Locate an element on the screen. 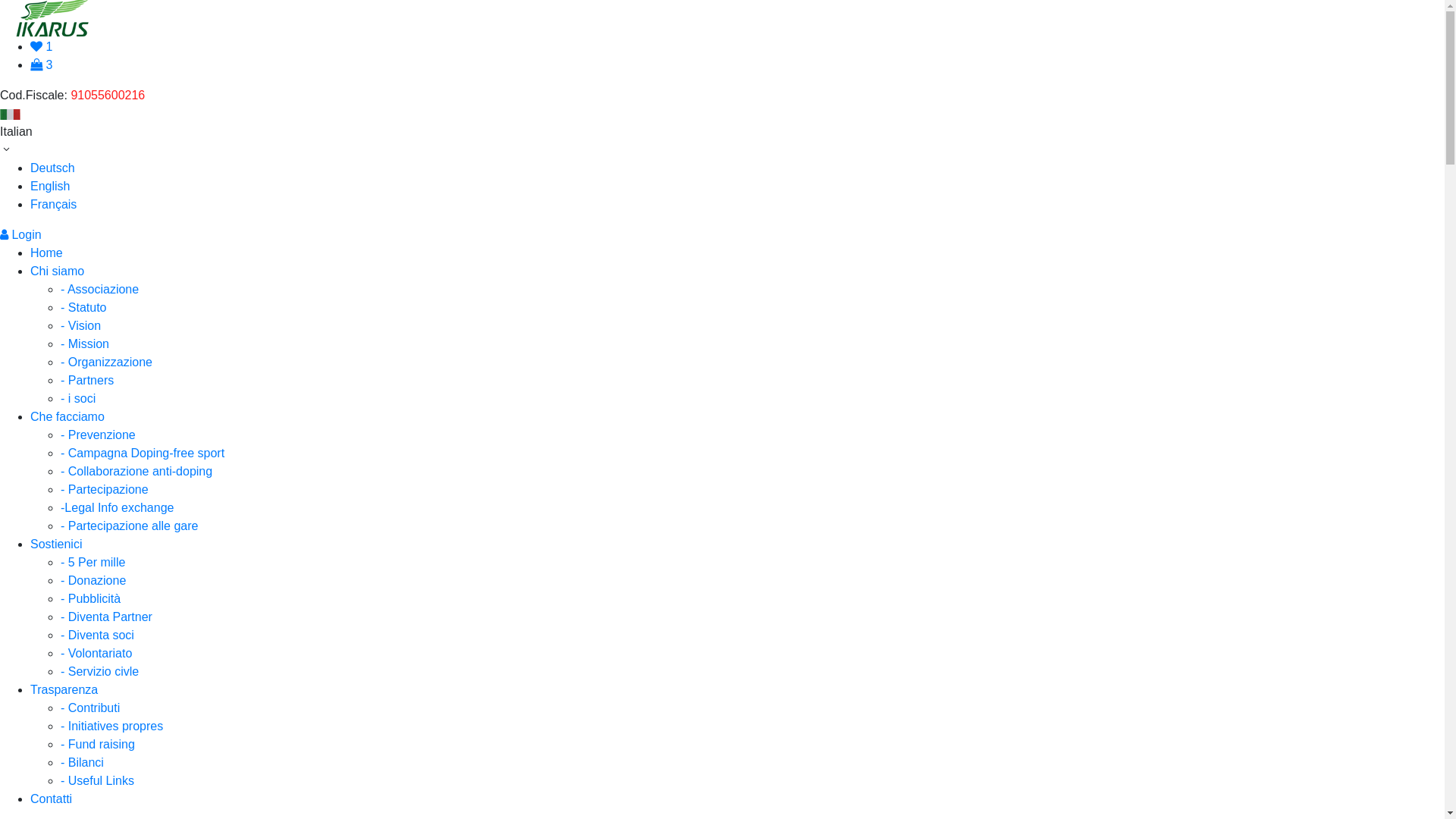 This screenshot has width=1456, height=819. '-Legal Info exchange' is located at coordinates (116, 507).